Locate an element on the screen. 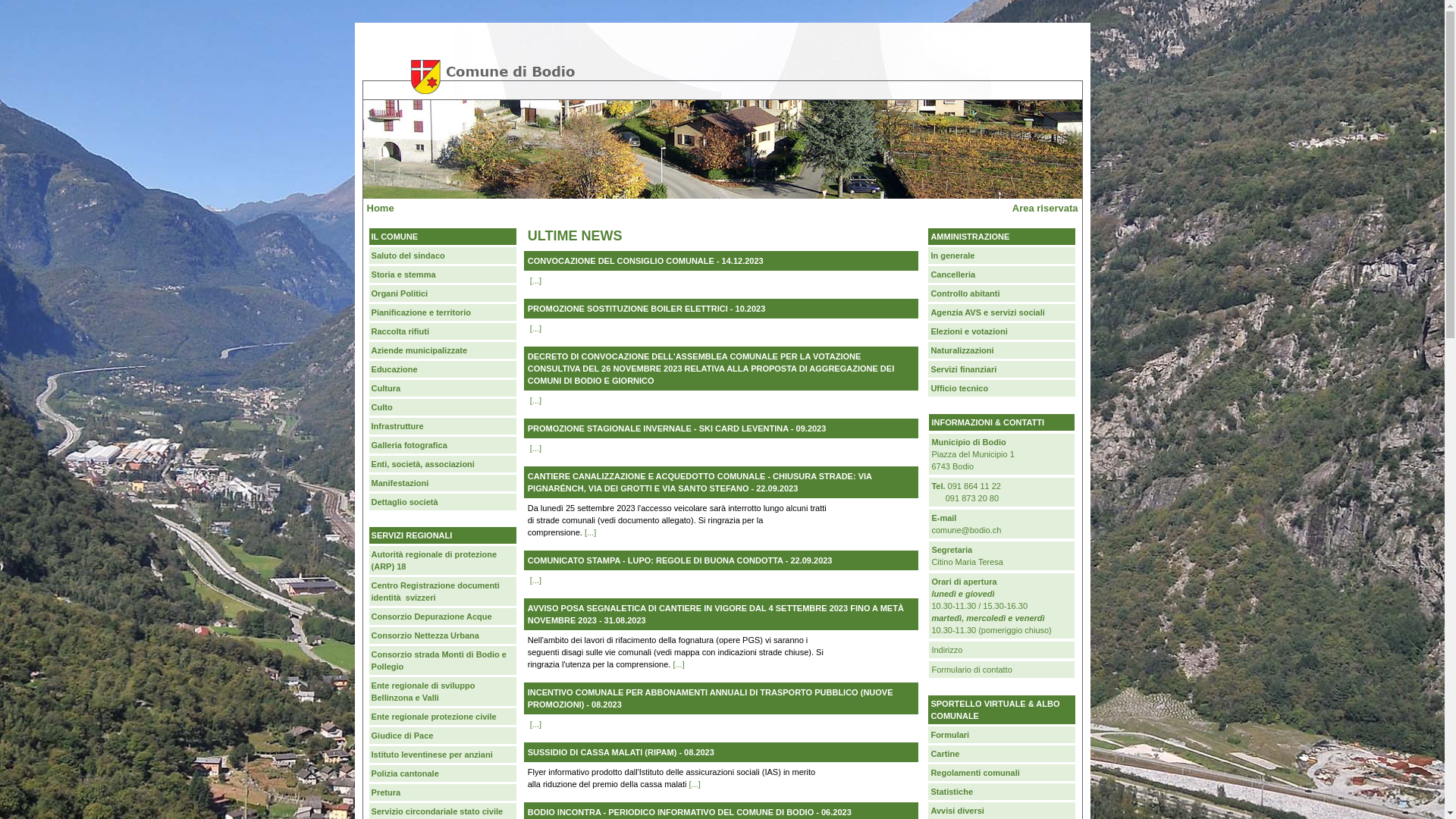 This screenshot has width=1456, height=819. 'Istituto leventinese per anziani' is located at coordinates (442, 755).